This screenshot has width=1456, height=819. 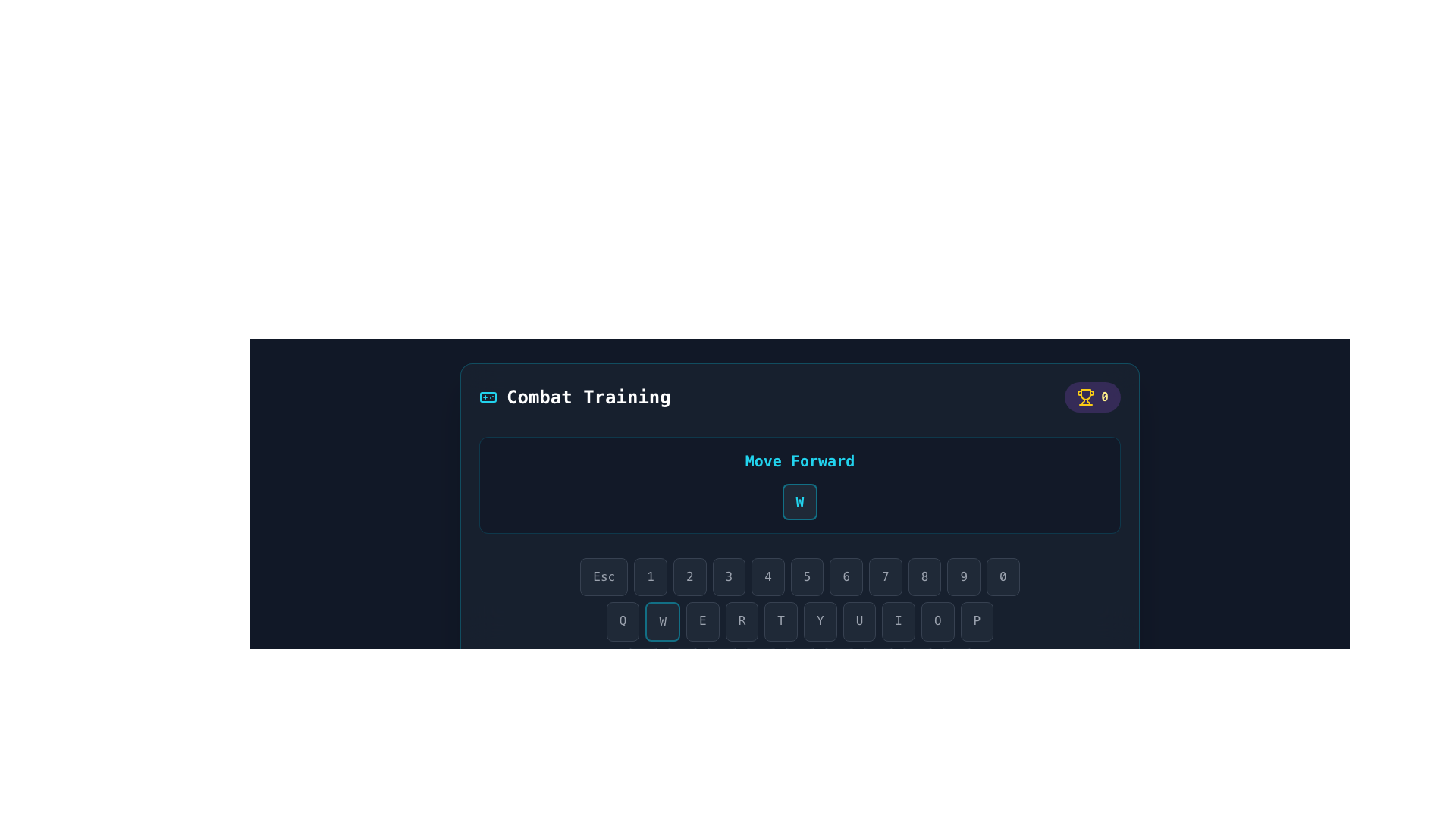 What do you see at coordinates (729, 576) in the screenshot?
I see `the rounded rectangular button labeled '3' to trigger the hover effect` at bounding box center [729, 576].